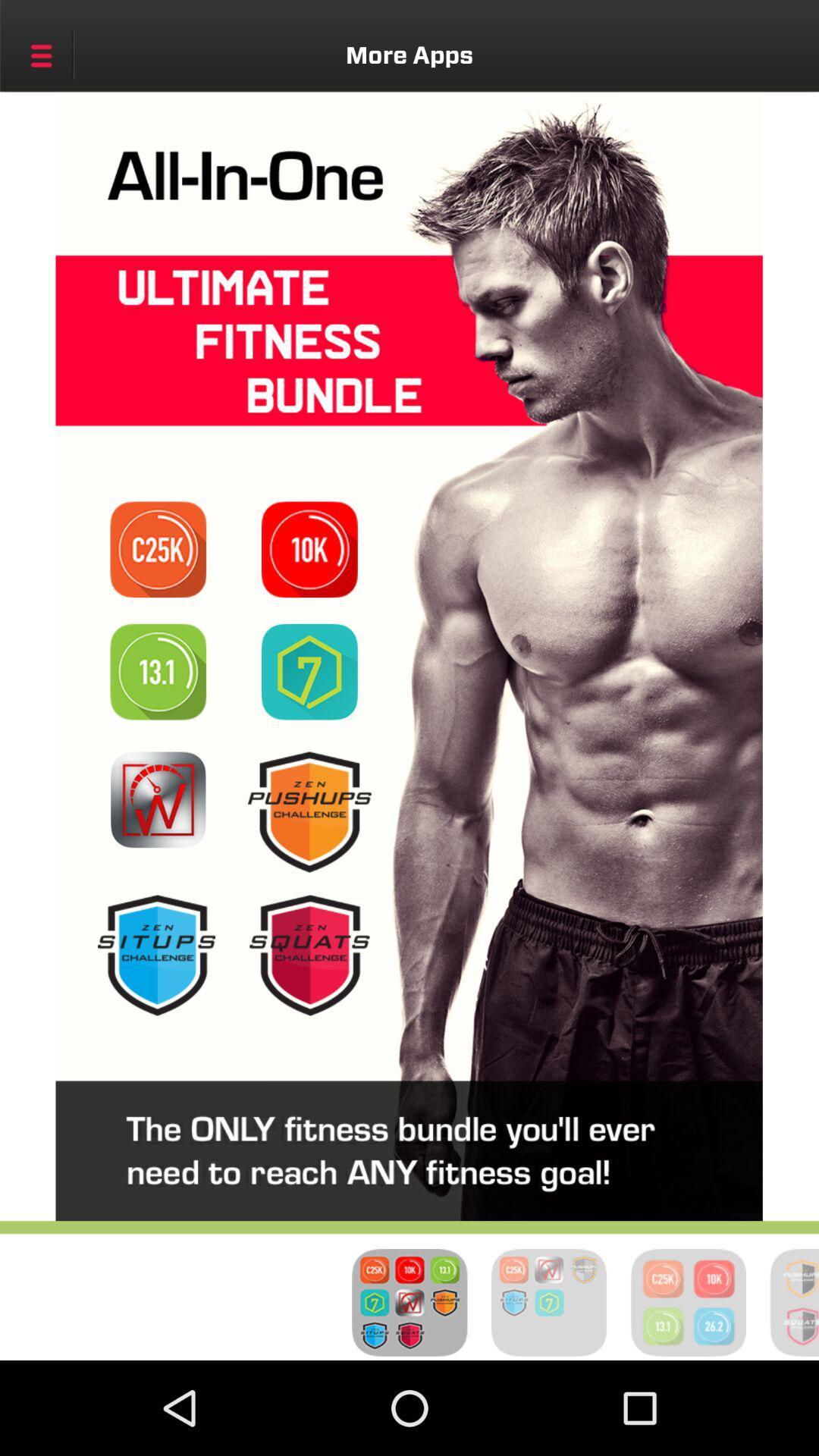  What do you see at coordinates (309, 548) in the screenshot?
I see `field` at bounding box center [309, 548].